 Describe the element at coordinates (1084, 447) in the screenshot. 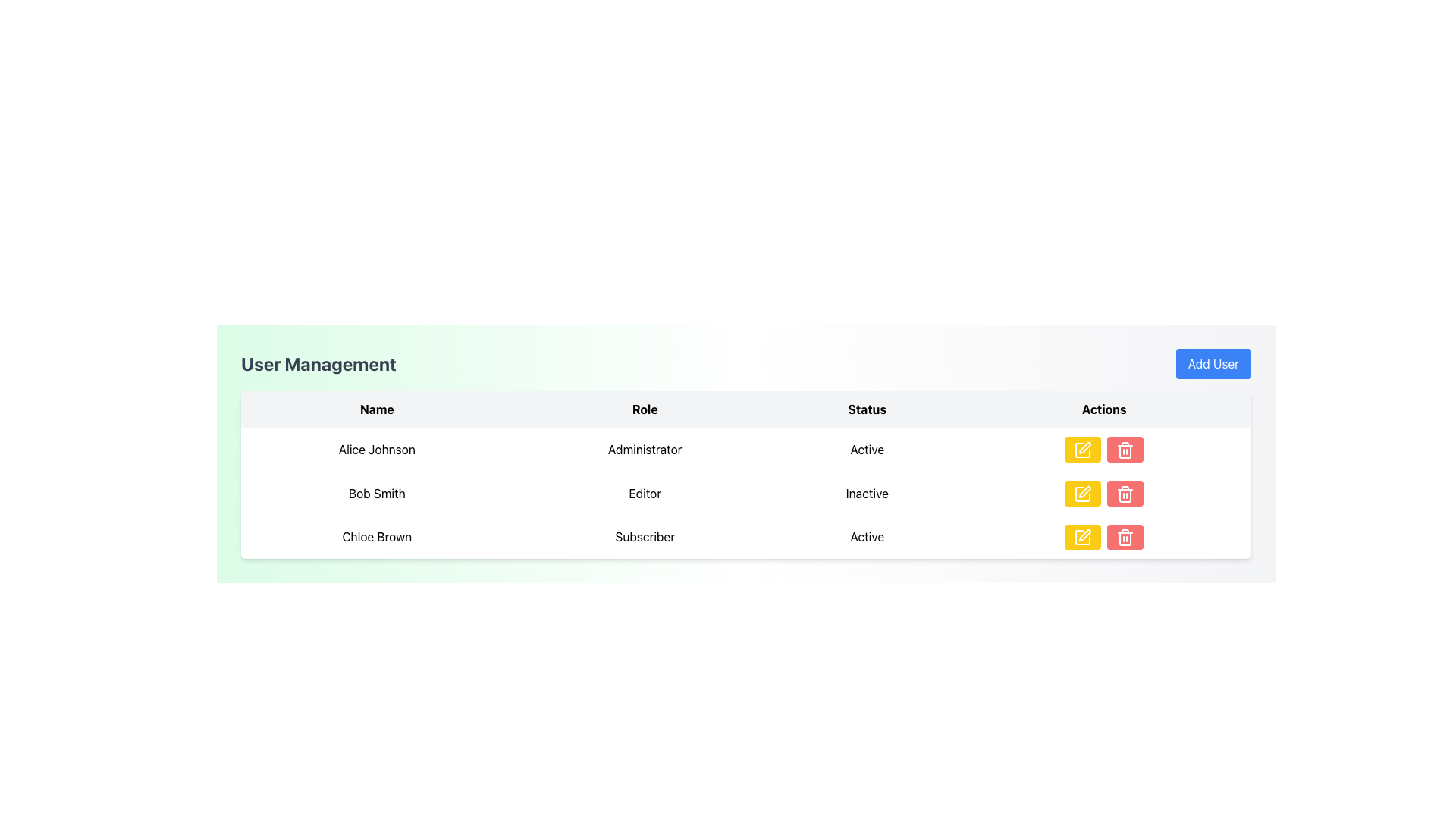

I see `the edit icon in the user management table corresponding to 'Bob Smith'` at that location.